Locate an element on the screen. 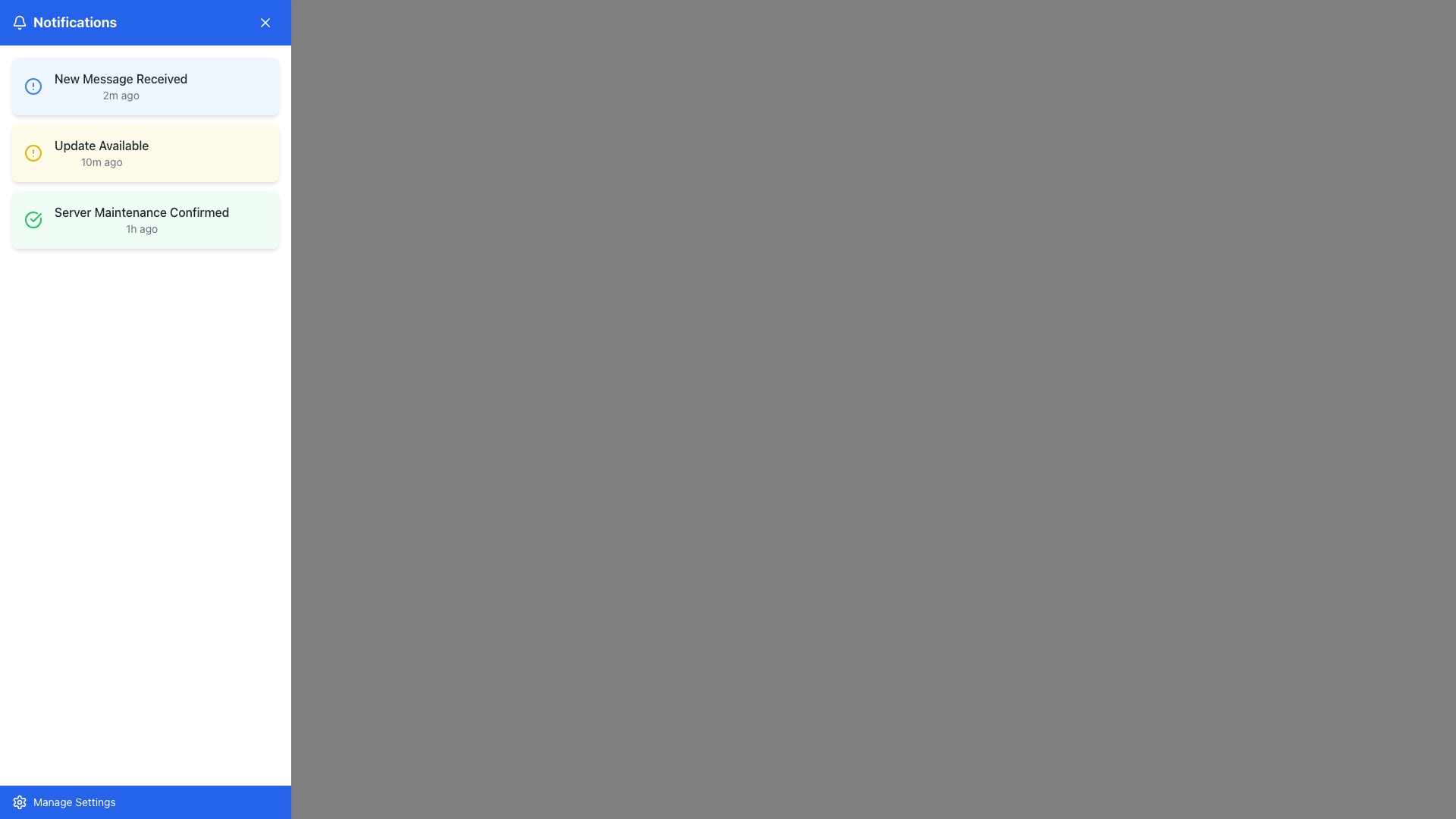  text content of the Text Label located beneath 'Server Maintenance Confirmed' in the third notification card from the top is located at coordinates (142, 228).